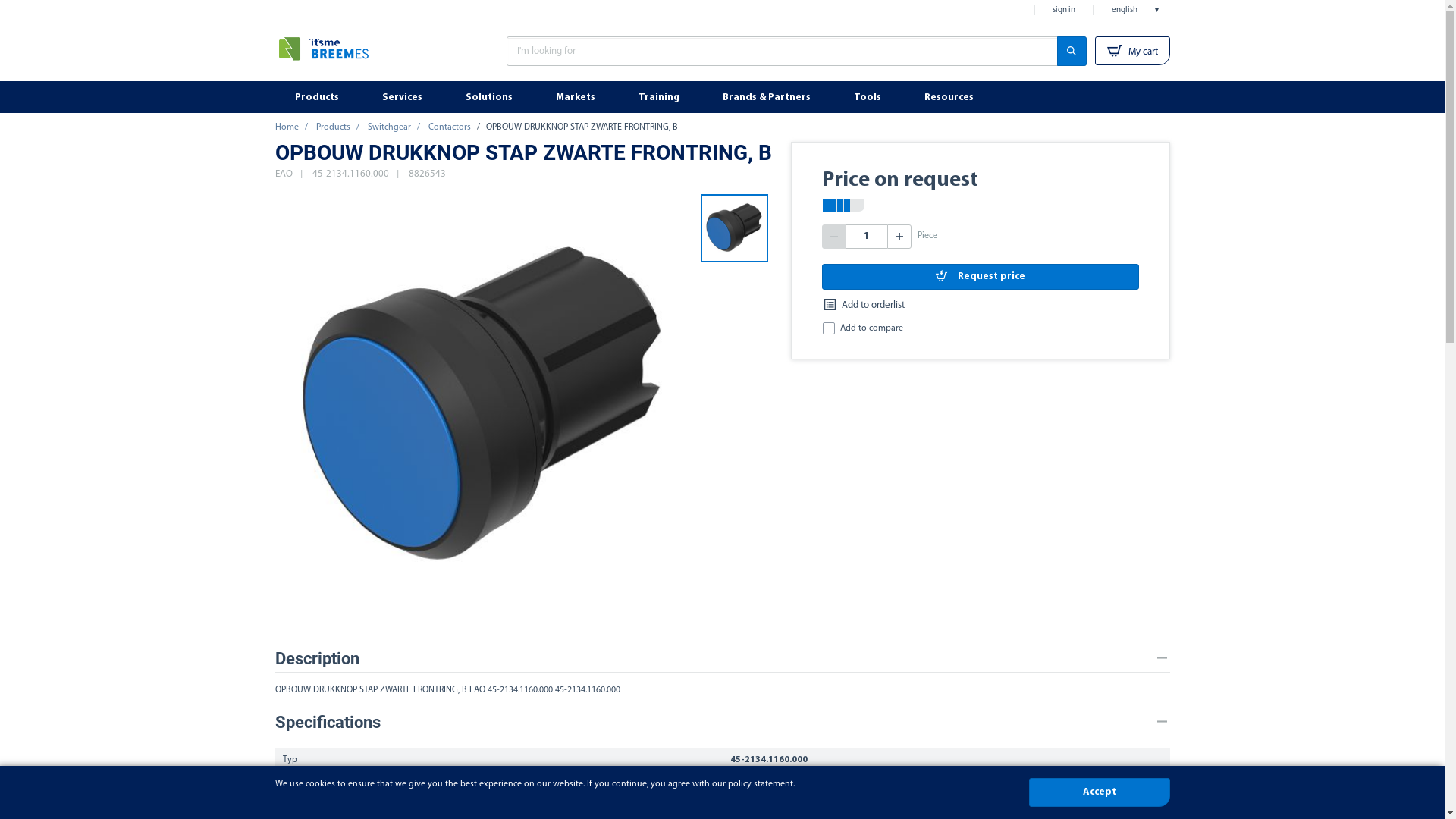  What do you see at coordinates (346, 53) in the screenshot?
I see `'Breemes'` at bounding box center [346, 53].